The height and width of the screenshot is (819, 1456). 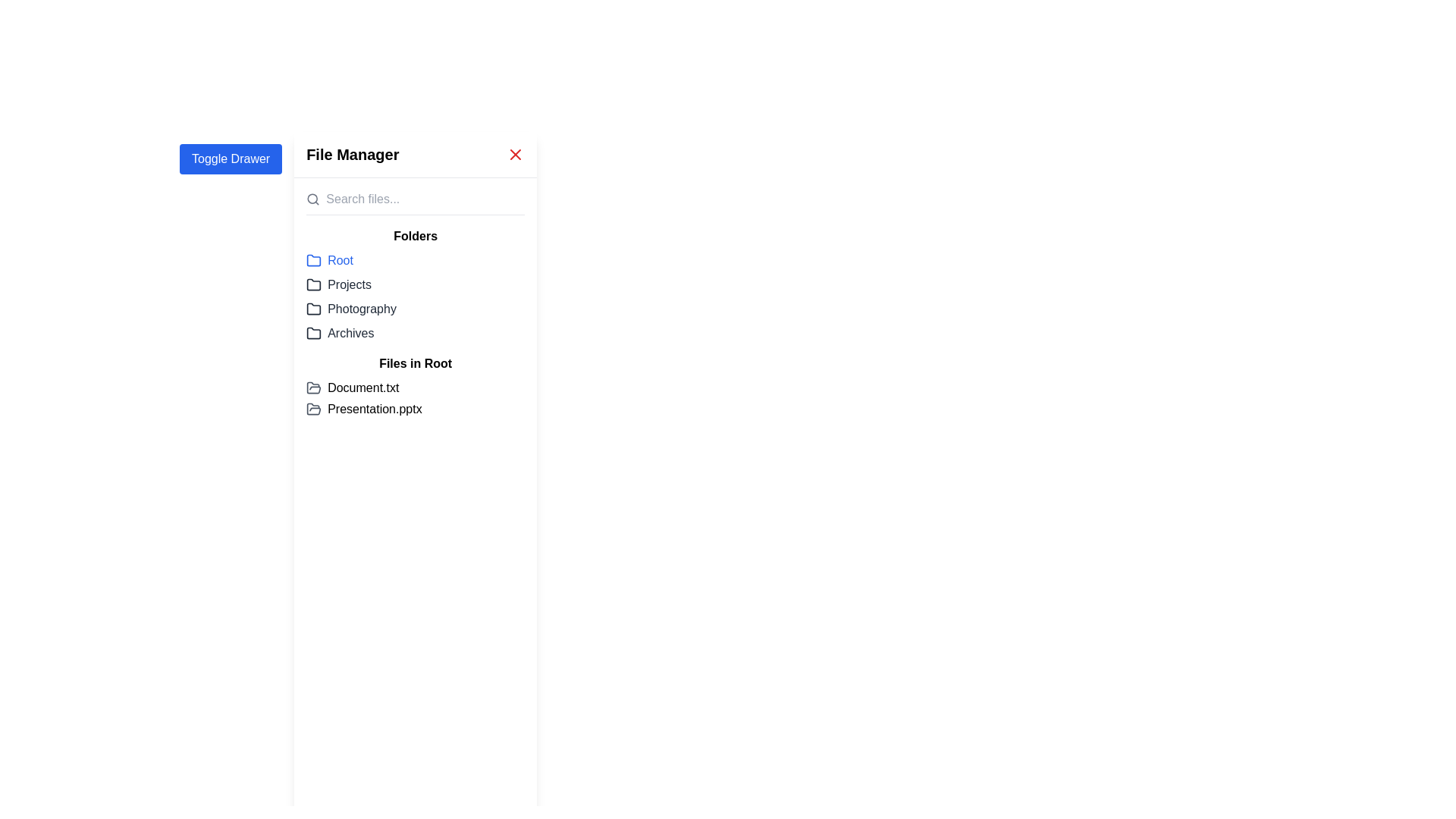 I want to click on the text label for the file named 'Document.txt', so click(x=362, y=388).